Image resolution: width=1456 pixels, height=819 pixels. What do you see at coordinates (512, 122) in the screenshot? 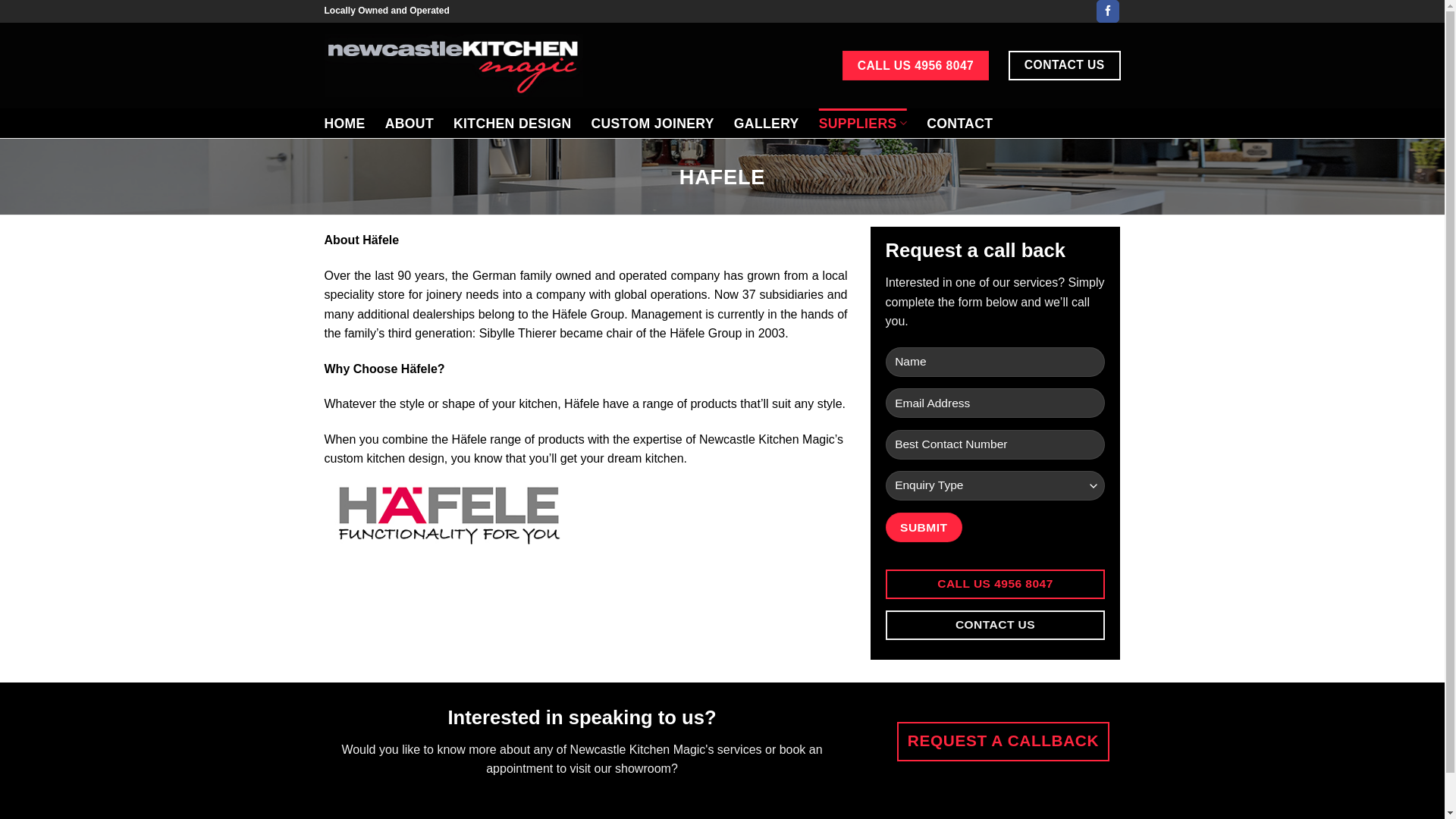
I see `'KITCHEN DESIGN'` at bounding box center [512, 122].